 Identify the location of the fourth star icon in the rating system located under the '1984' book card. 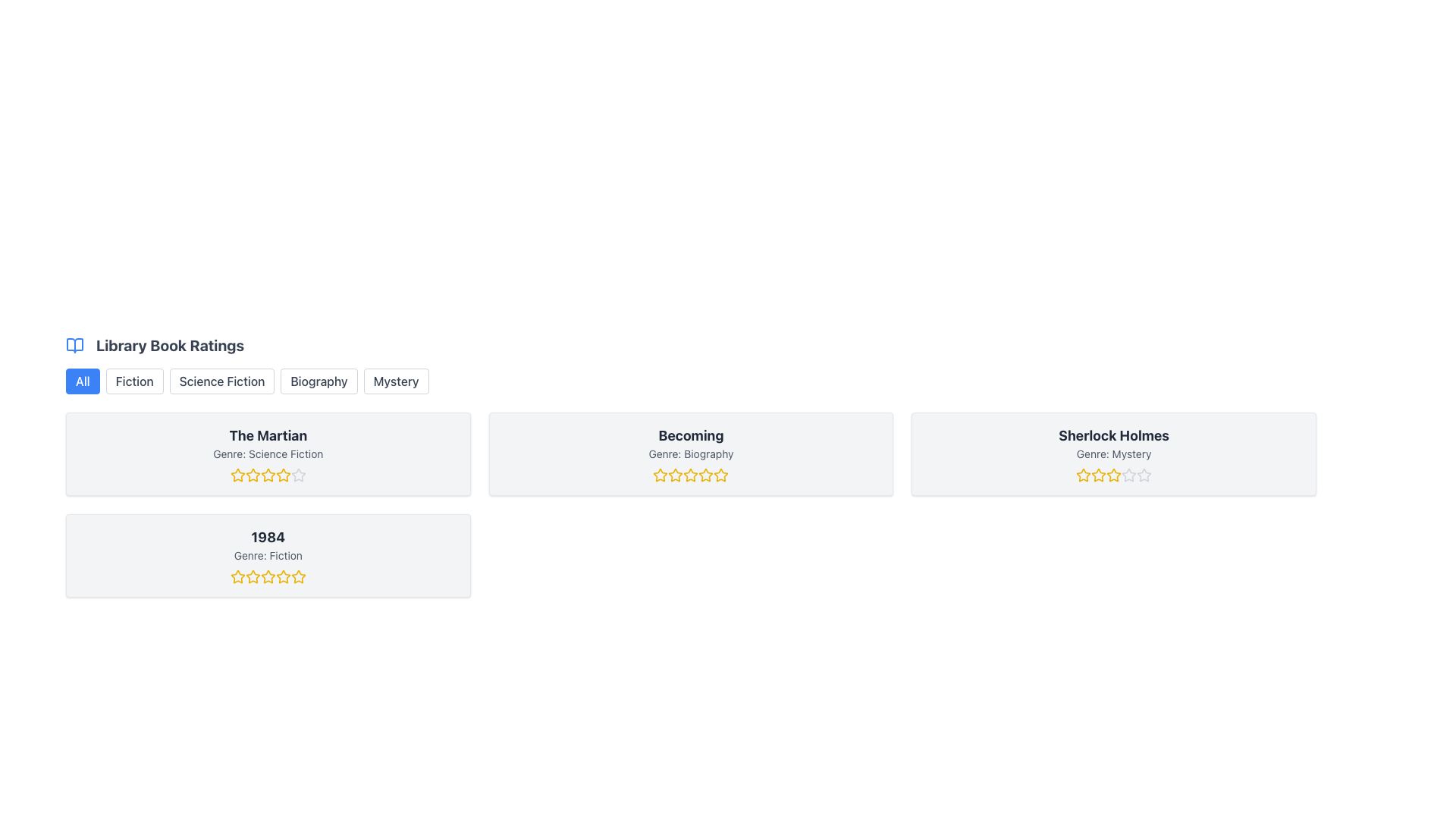
(283, 576).